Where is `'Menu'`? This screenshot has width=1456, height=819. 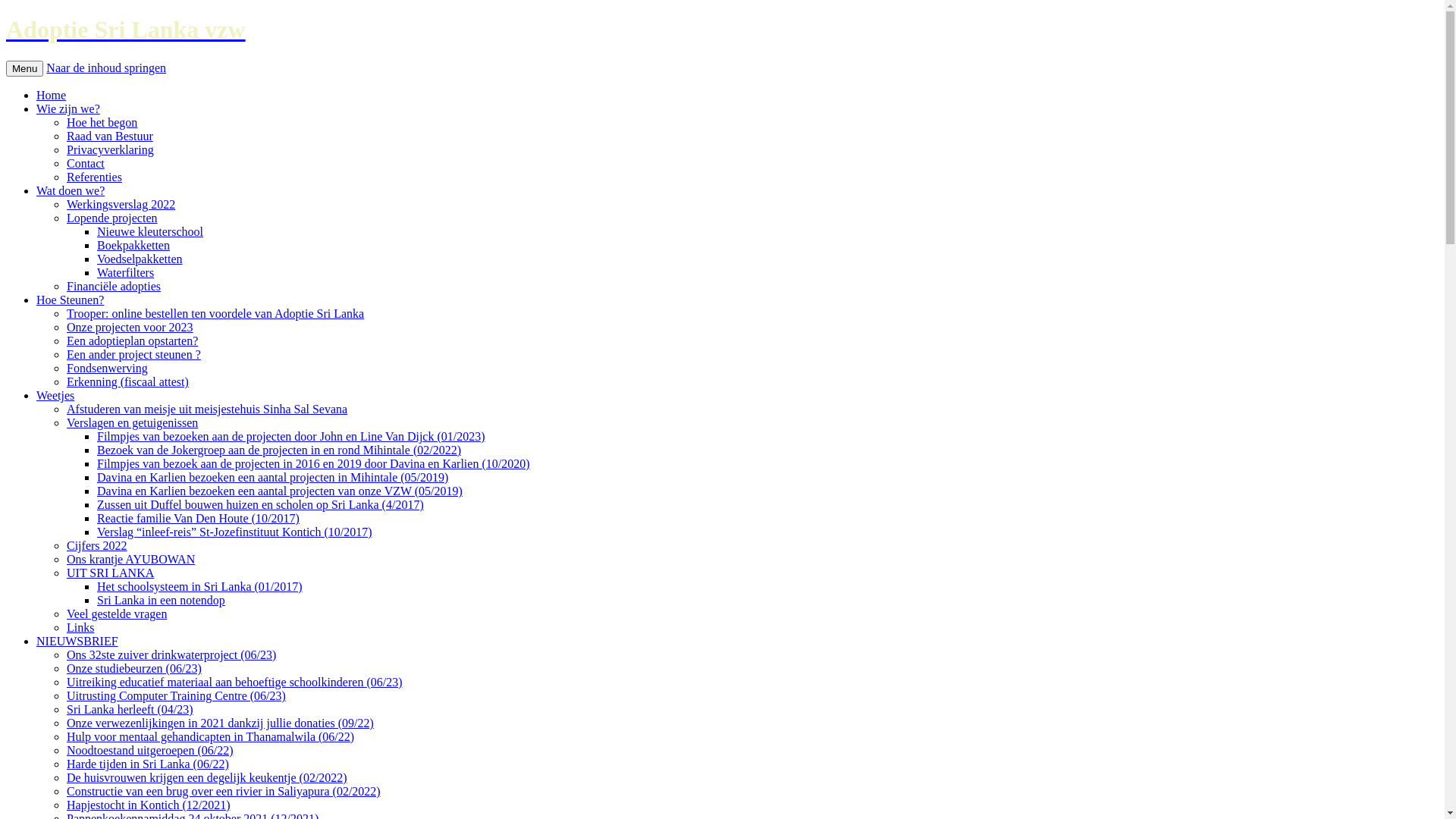
'Menu' is located at coordinates (6, 68).